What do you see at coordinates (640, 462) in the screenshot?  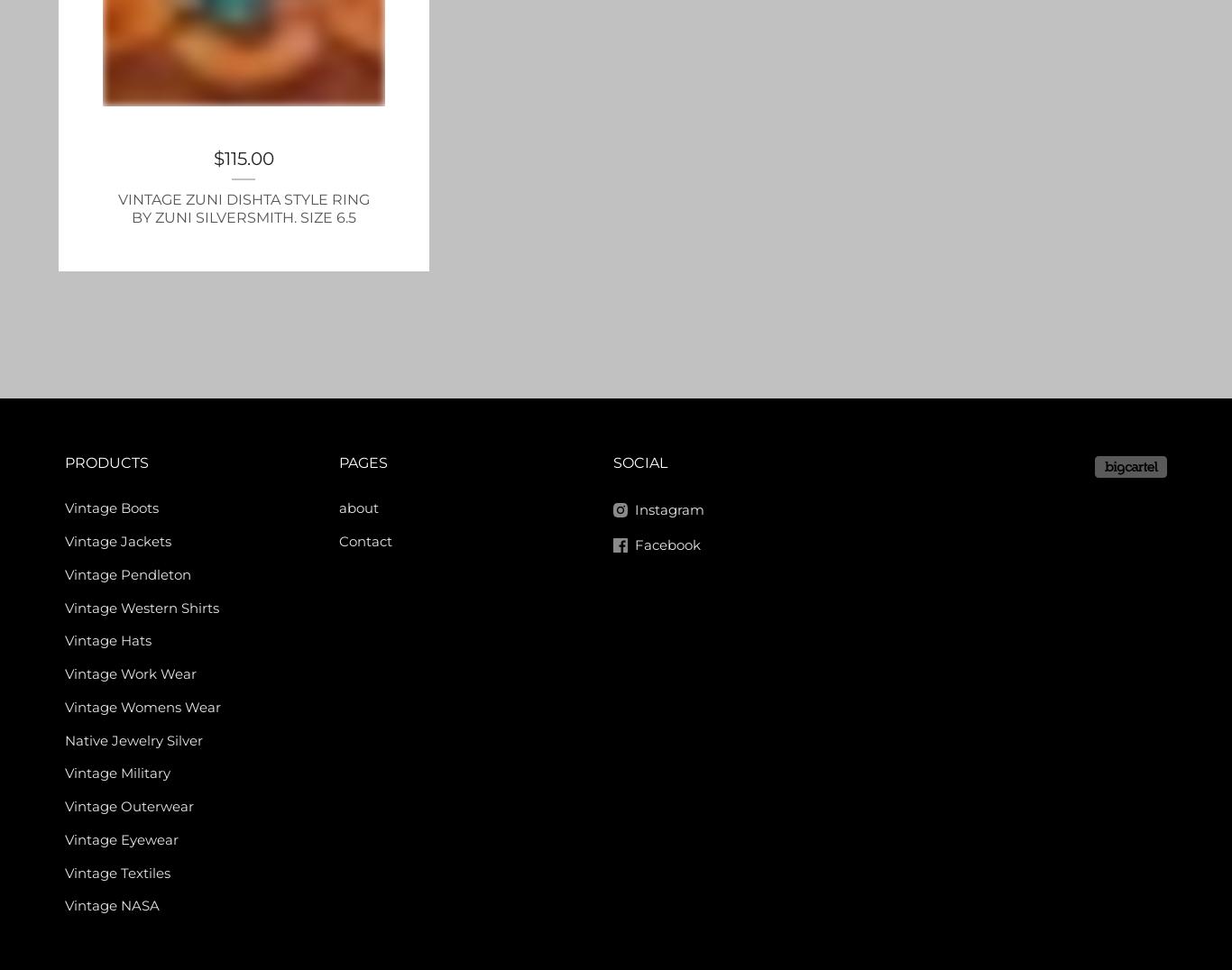 I see `'Social'` at bounding box center [640, 462].